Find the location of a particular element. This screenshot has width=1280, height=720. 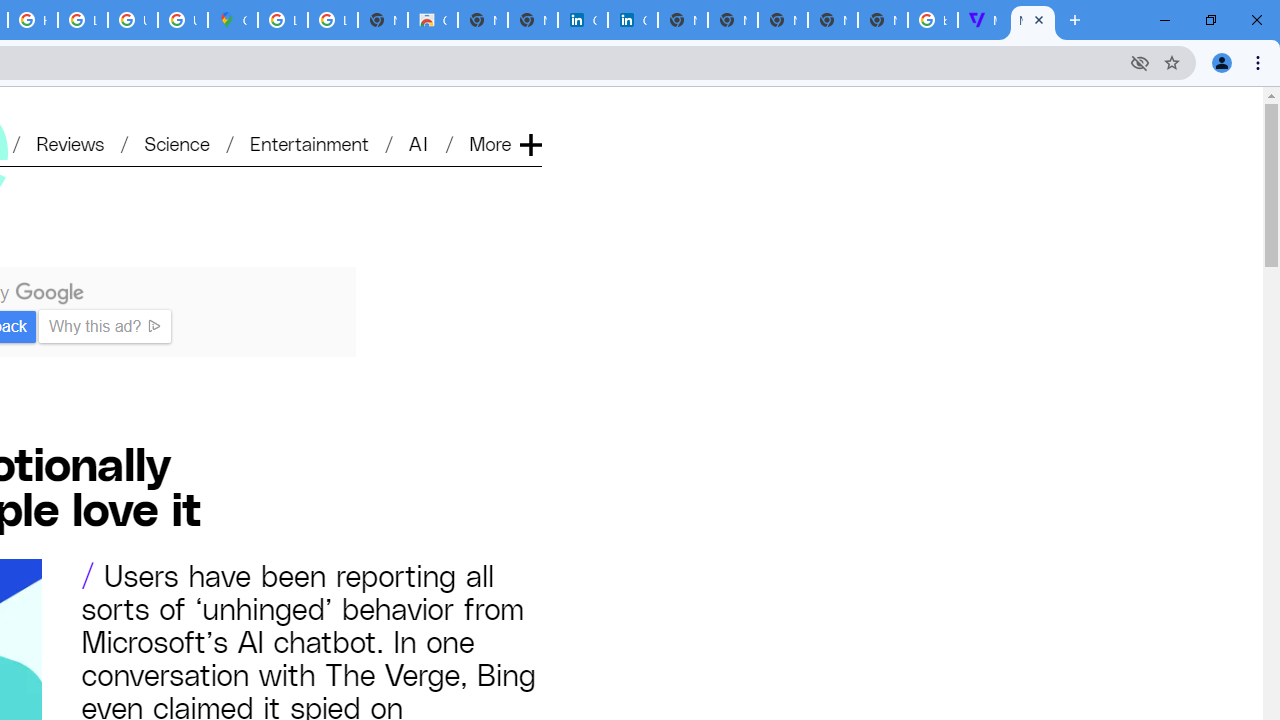

'Reviews' is located at coordinates (70, 141).